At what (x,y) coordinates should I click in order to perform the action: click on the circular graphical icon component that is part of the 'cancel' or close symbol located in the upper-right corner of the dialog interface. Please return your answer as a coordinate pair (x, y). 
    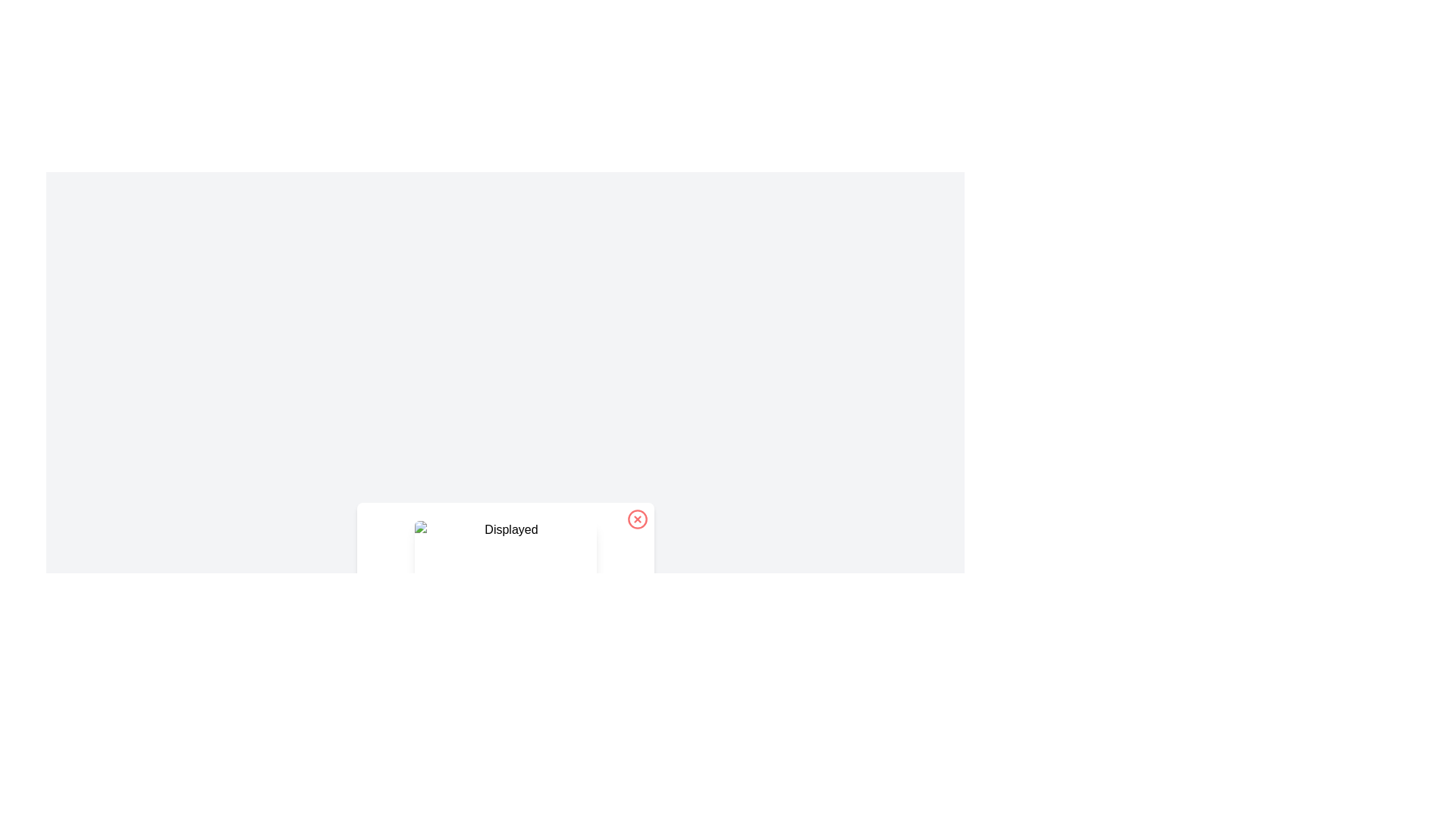
    Looking at the image, I should click on (637, 519).